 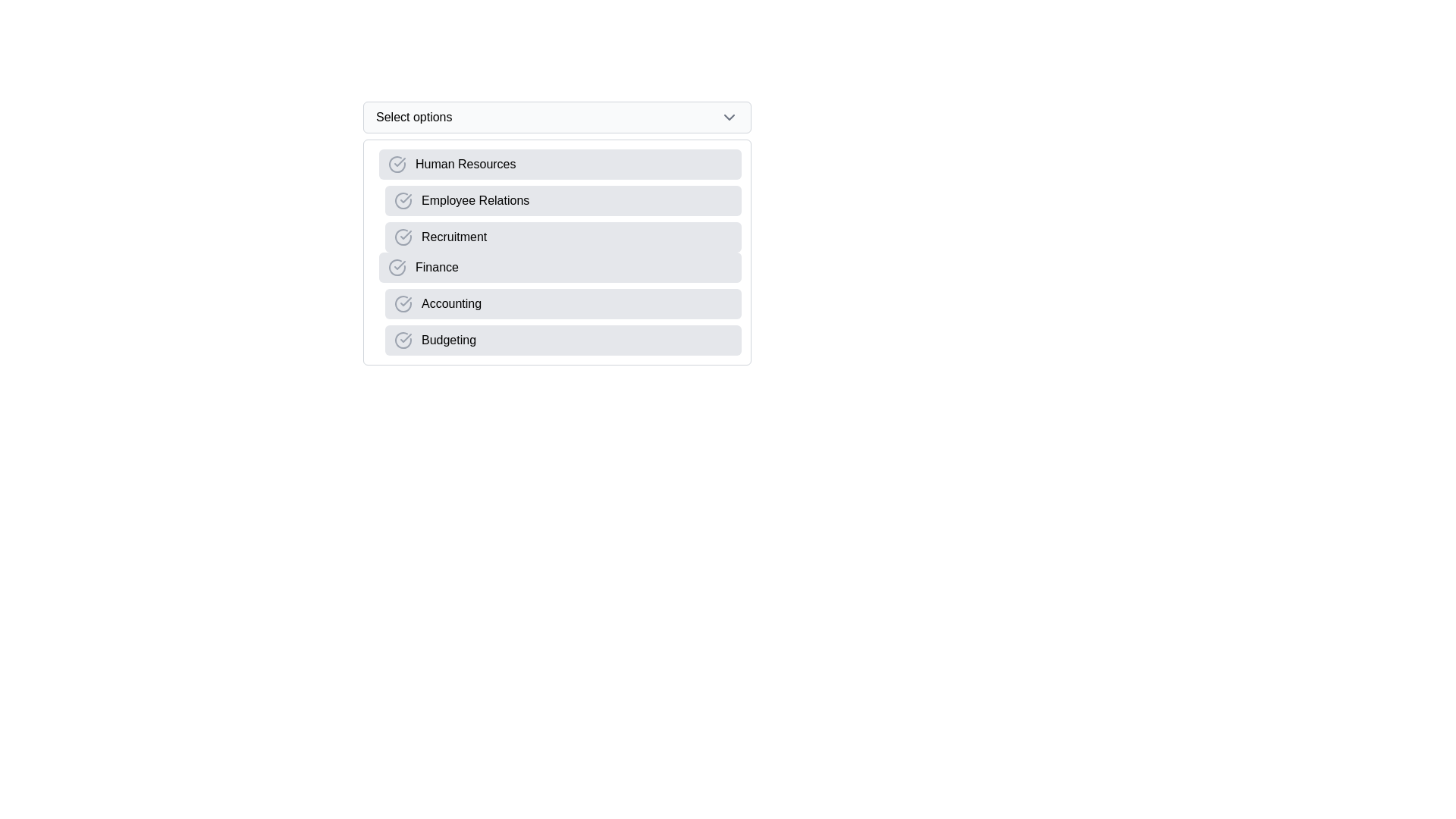 I want to click on the state of the fifth circular checkmark icon in the list item labeled 'Accounting', which is styled with a gray color and located to the left of the text, so click(x=403, y=304).